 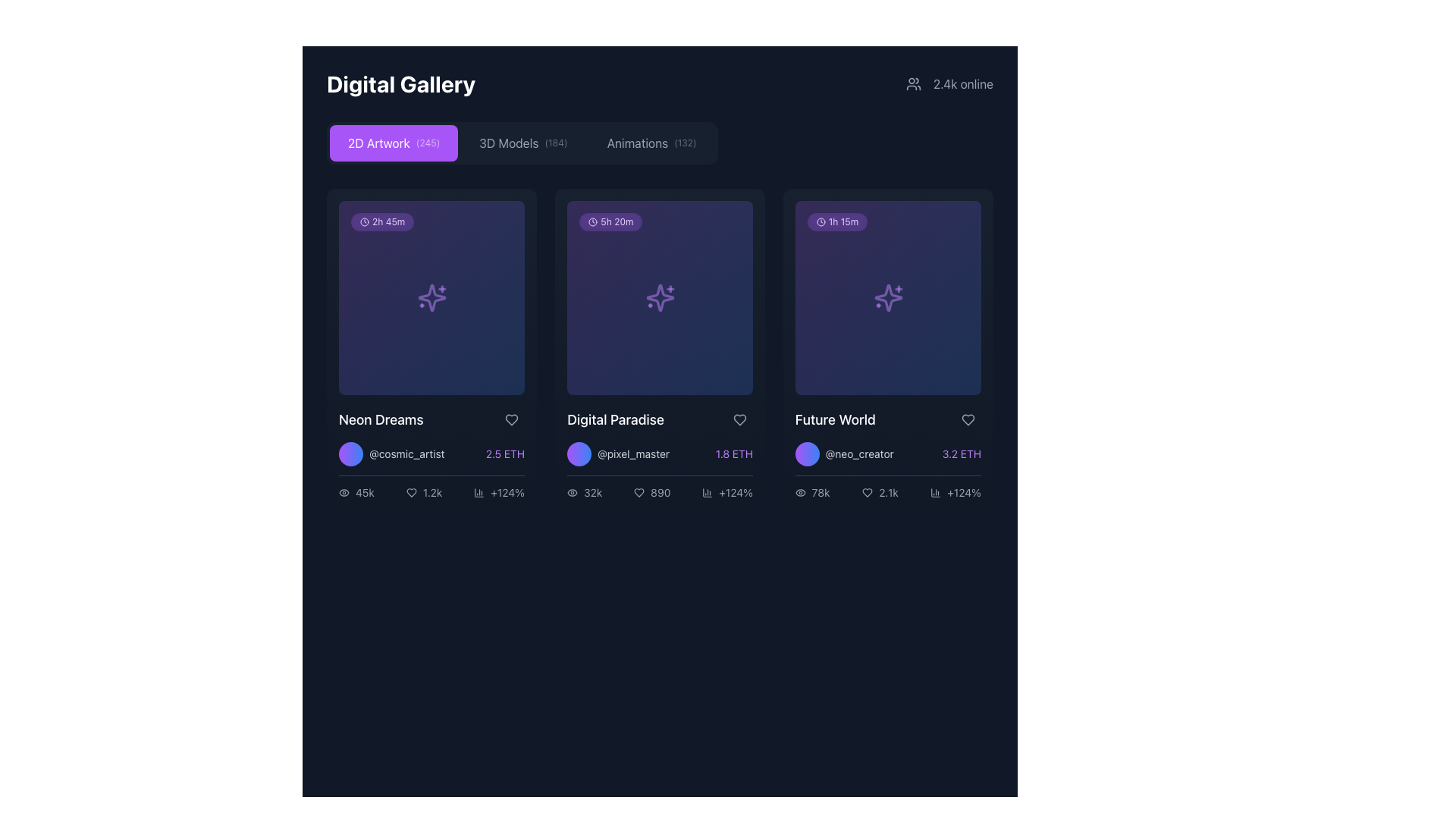 I want to click on the decorative branding icon within the 'Digital Paradise' card, which is centered below the time badge ('5h 20m'), so click(x=660, y=298).